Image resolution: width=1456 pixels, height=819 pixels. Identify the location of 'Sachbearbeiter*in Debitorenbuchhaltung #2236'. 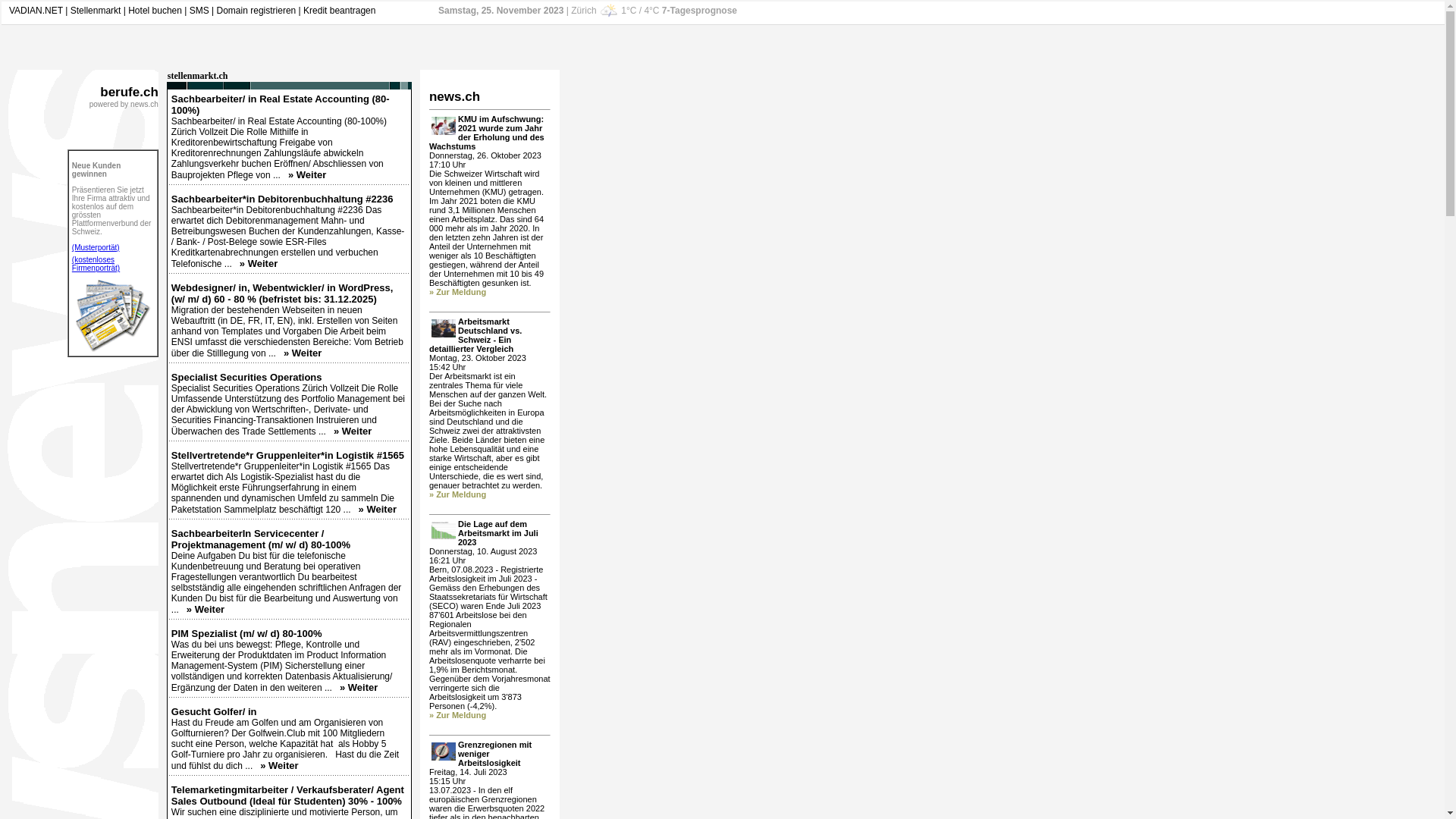
(282, 198).